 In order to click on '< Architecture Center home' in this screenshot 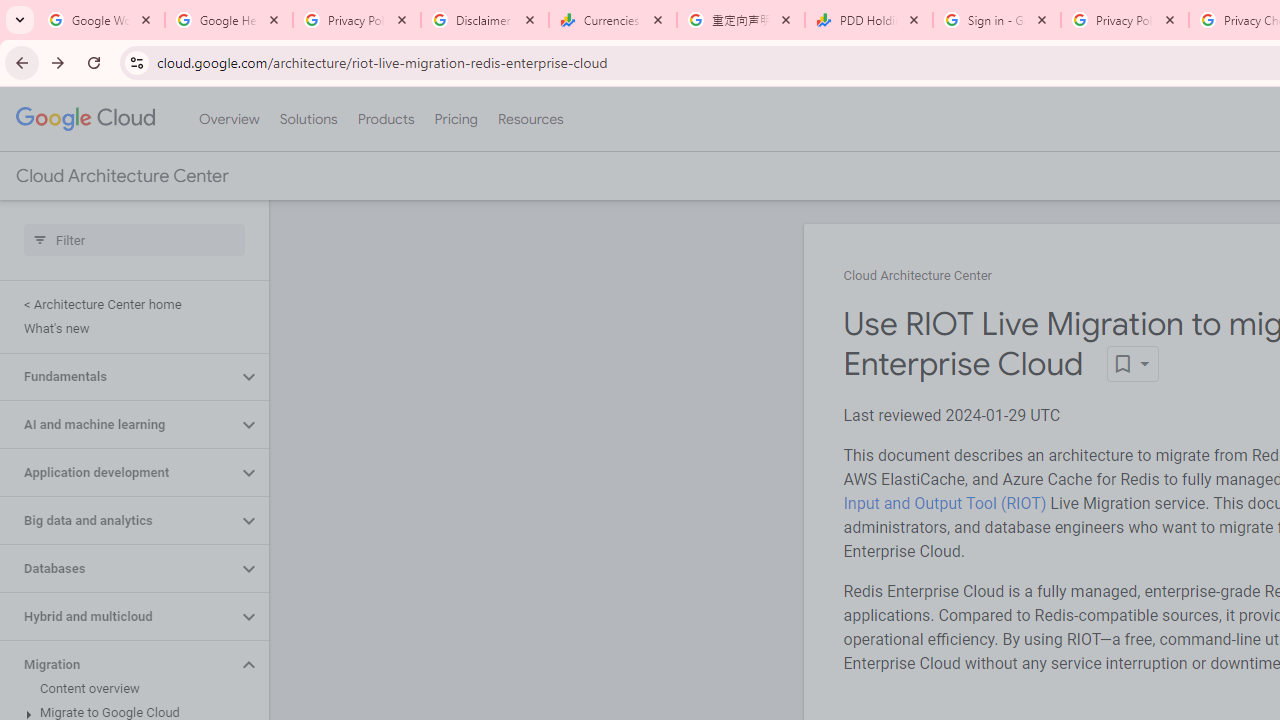, I will do `click(129, 304)`.